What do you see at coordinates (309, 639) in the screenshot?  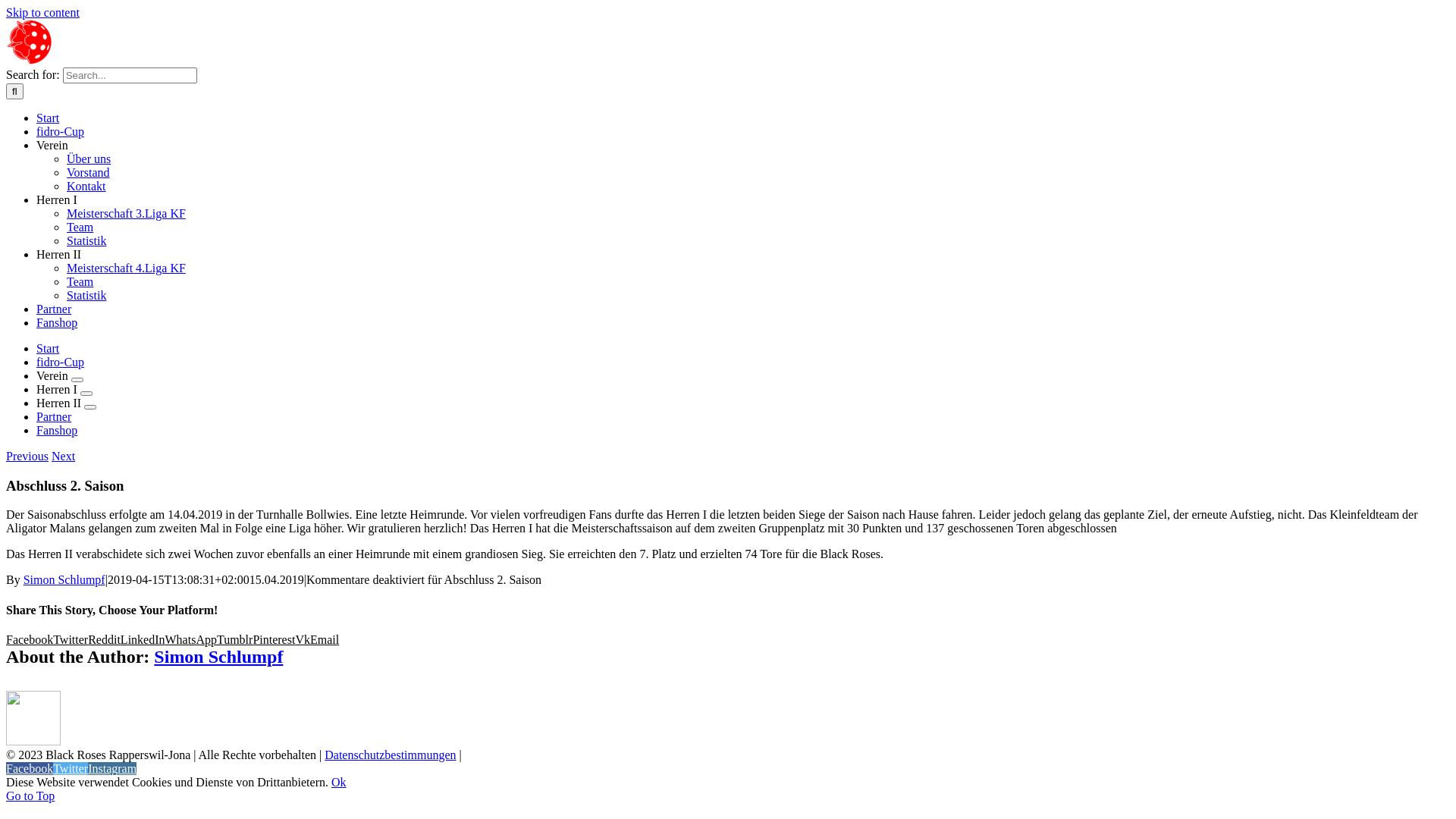 I see `'Email'` at bounding box center [309, 639].